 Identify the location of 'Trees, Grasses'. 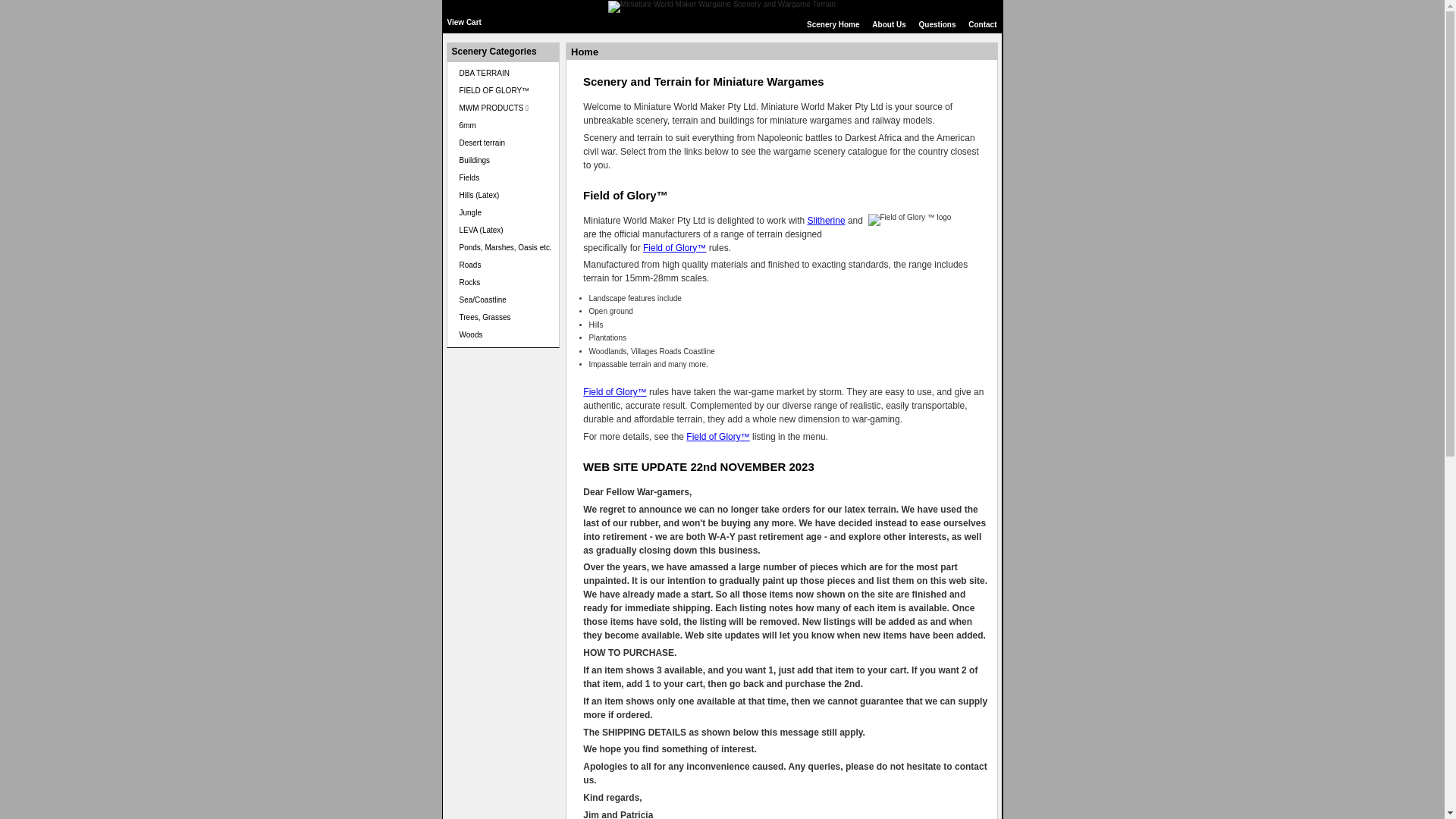
(484, 316).